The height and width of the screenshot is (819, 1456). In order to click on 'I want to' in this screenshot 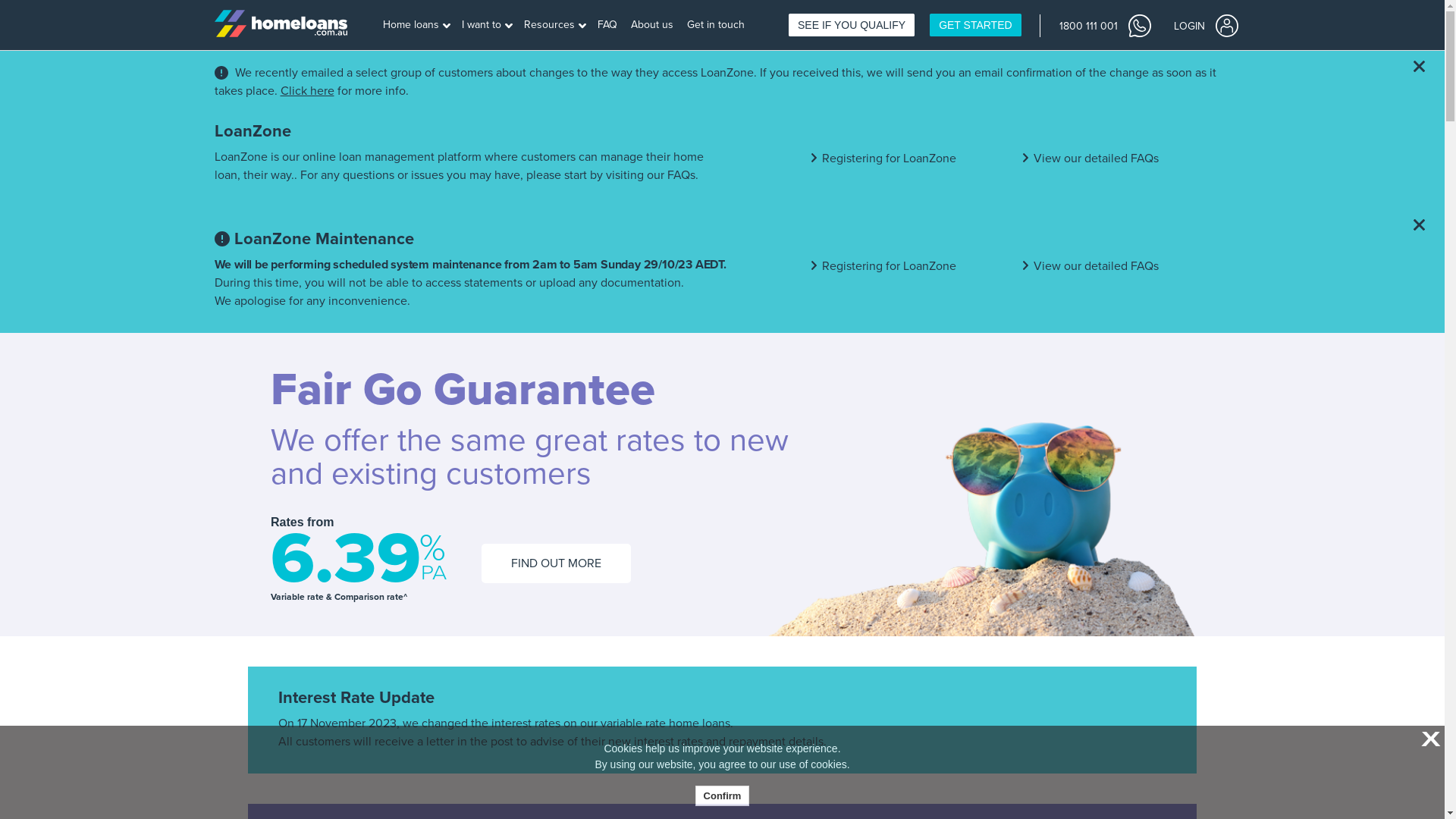, I will do `click(487, 25)`.